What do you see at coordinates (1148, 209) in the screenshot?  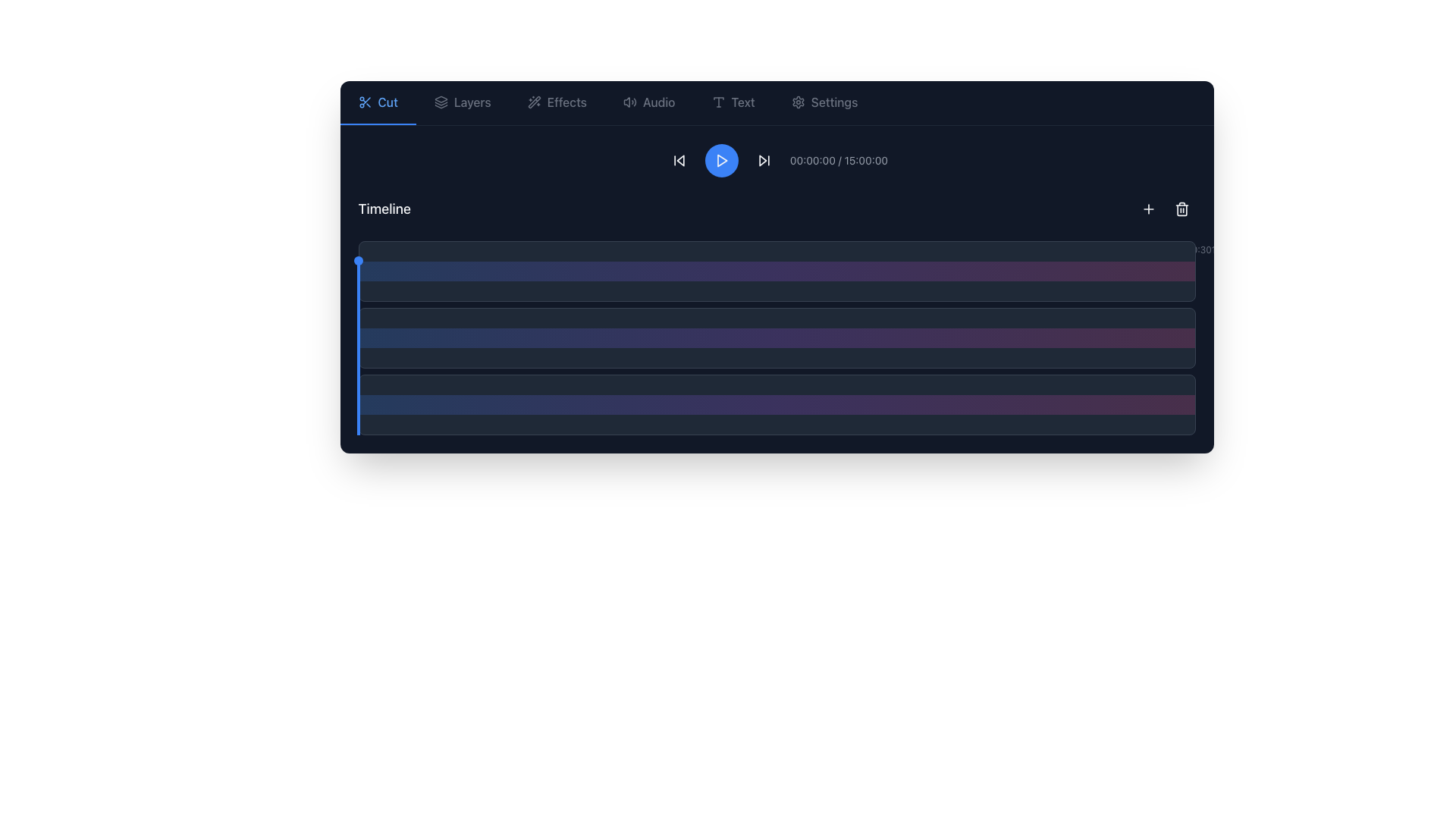 I see `the add button located in the upper-right corner of the dark interface block` at bounding box center [1148, 209].